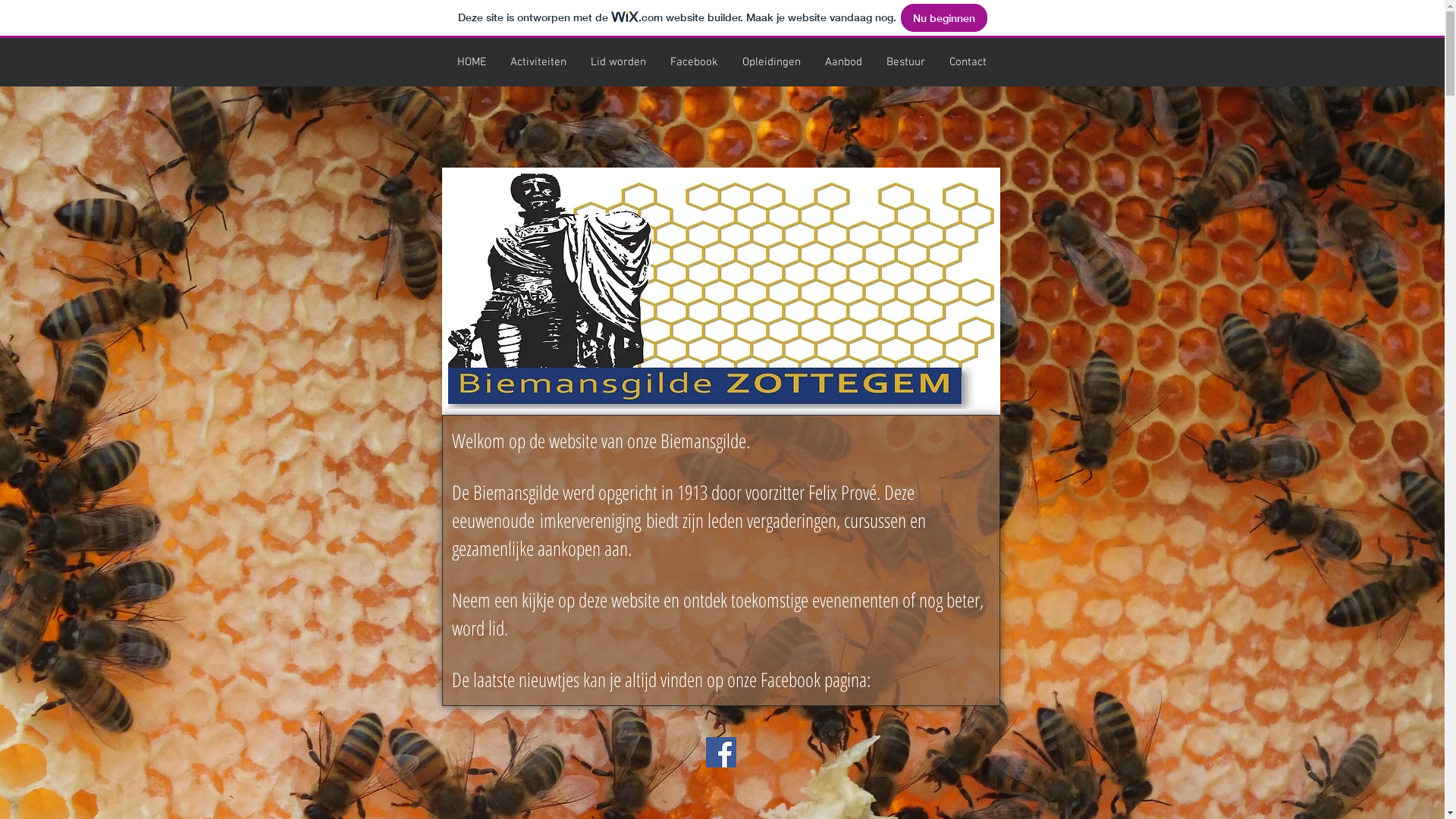 This screenshot has height=819, width=1456. I want to click on 'Facebook', so click(693, 61).